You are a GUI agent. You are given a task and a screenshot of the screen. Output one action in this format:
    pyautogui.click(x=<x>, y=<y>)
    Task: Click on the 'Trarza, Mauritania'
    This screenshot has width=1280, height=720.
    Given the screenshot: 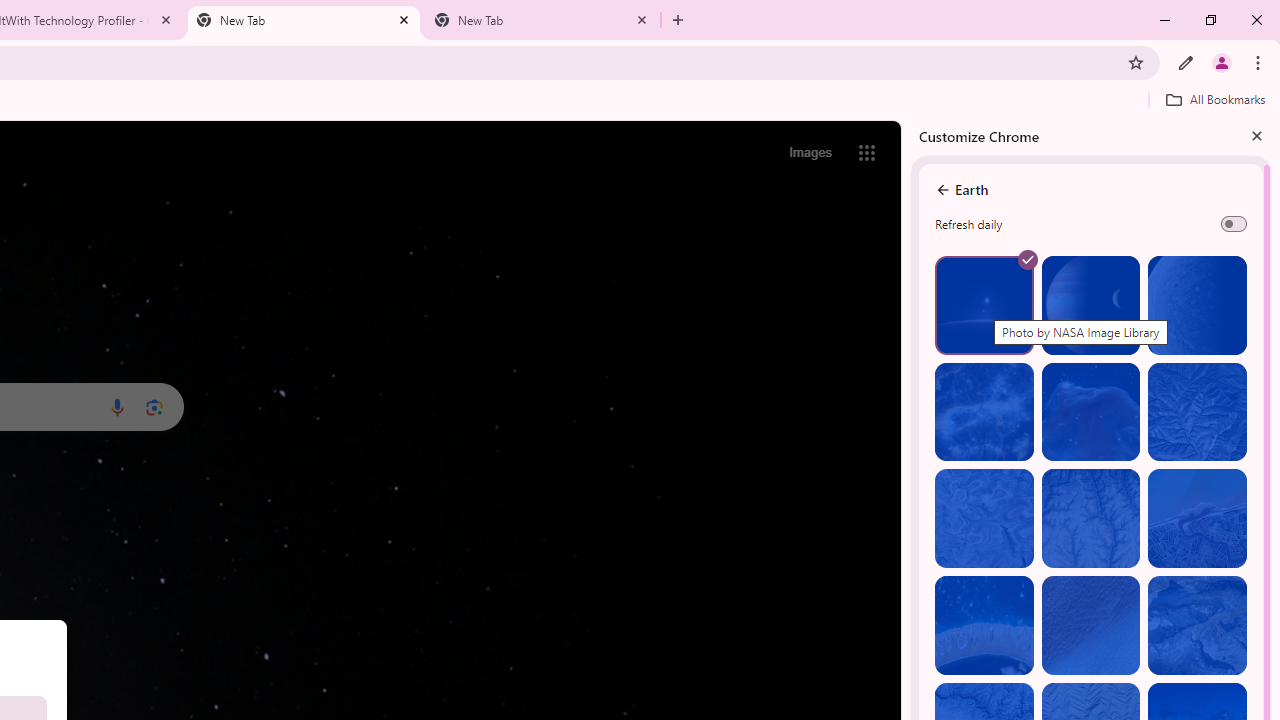 What is the action you would take?
    pyautogui.click(x=1089, y=624)
    